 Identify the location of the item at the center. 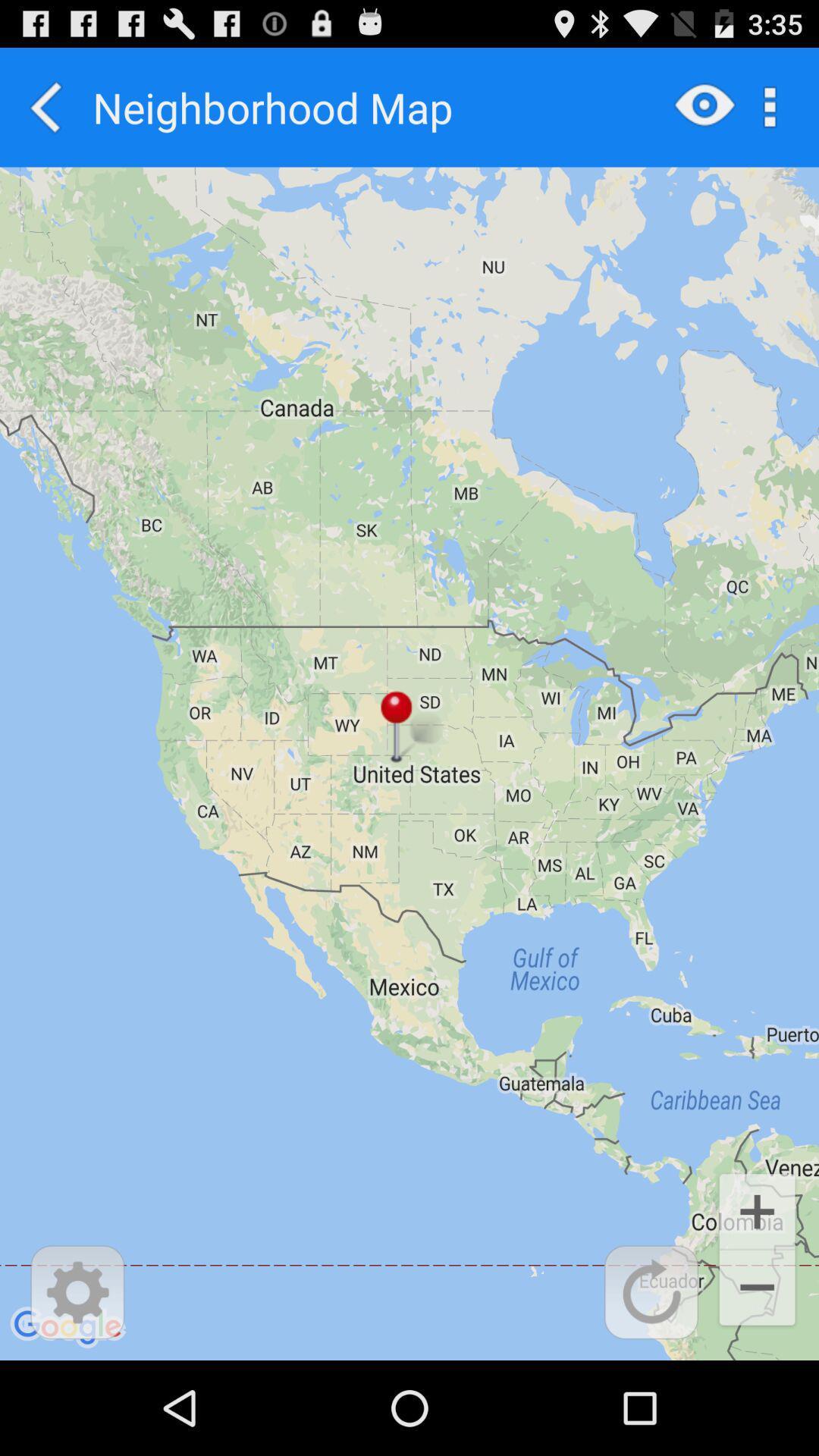
(409, 764).